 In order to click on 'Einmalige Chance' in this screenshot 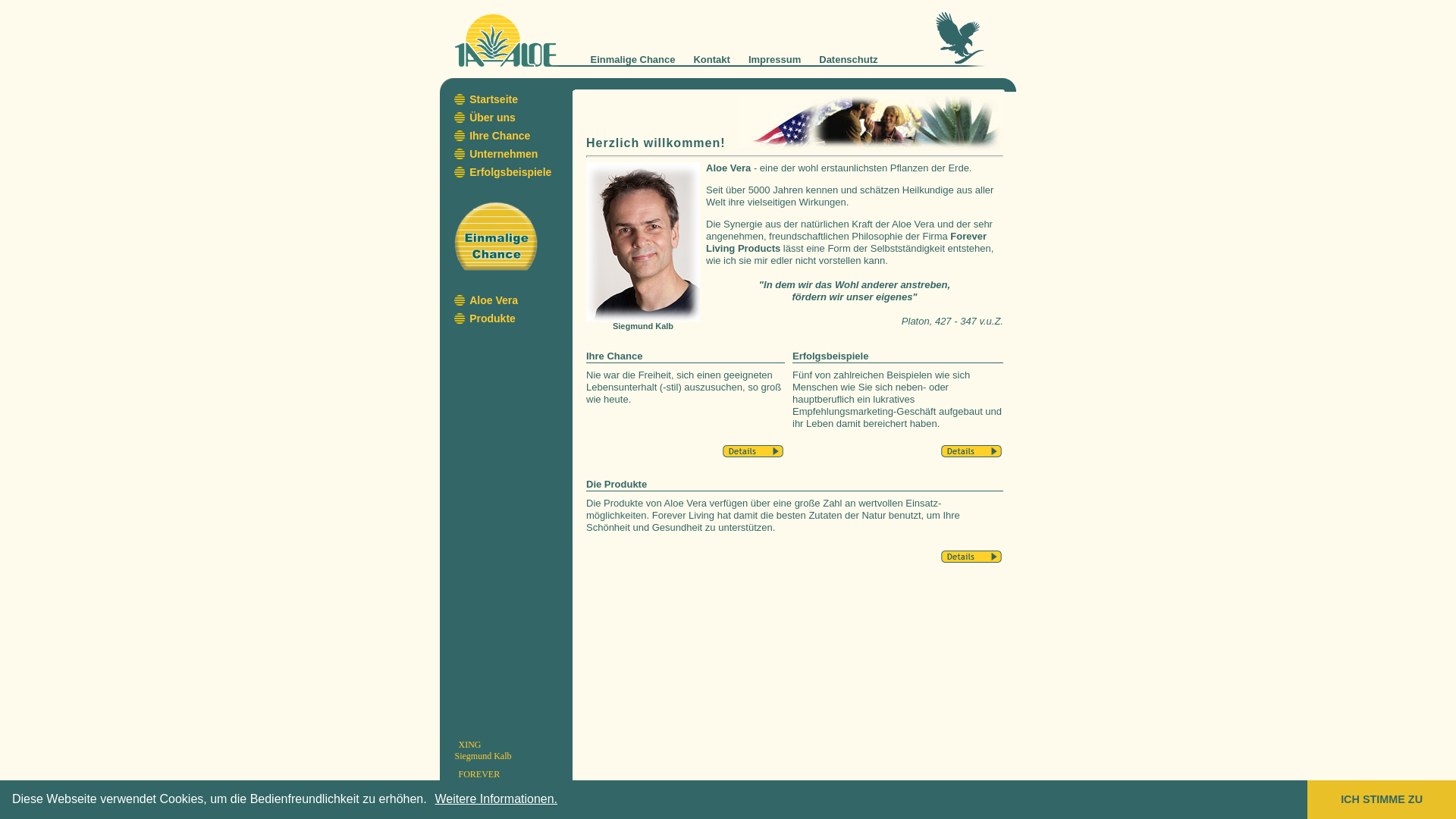, I will do `click(632, 58)`.